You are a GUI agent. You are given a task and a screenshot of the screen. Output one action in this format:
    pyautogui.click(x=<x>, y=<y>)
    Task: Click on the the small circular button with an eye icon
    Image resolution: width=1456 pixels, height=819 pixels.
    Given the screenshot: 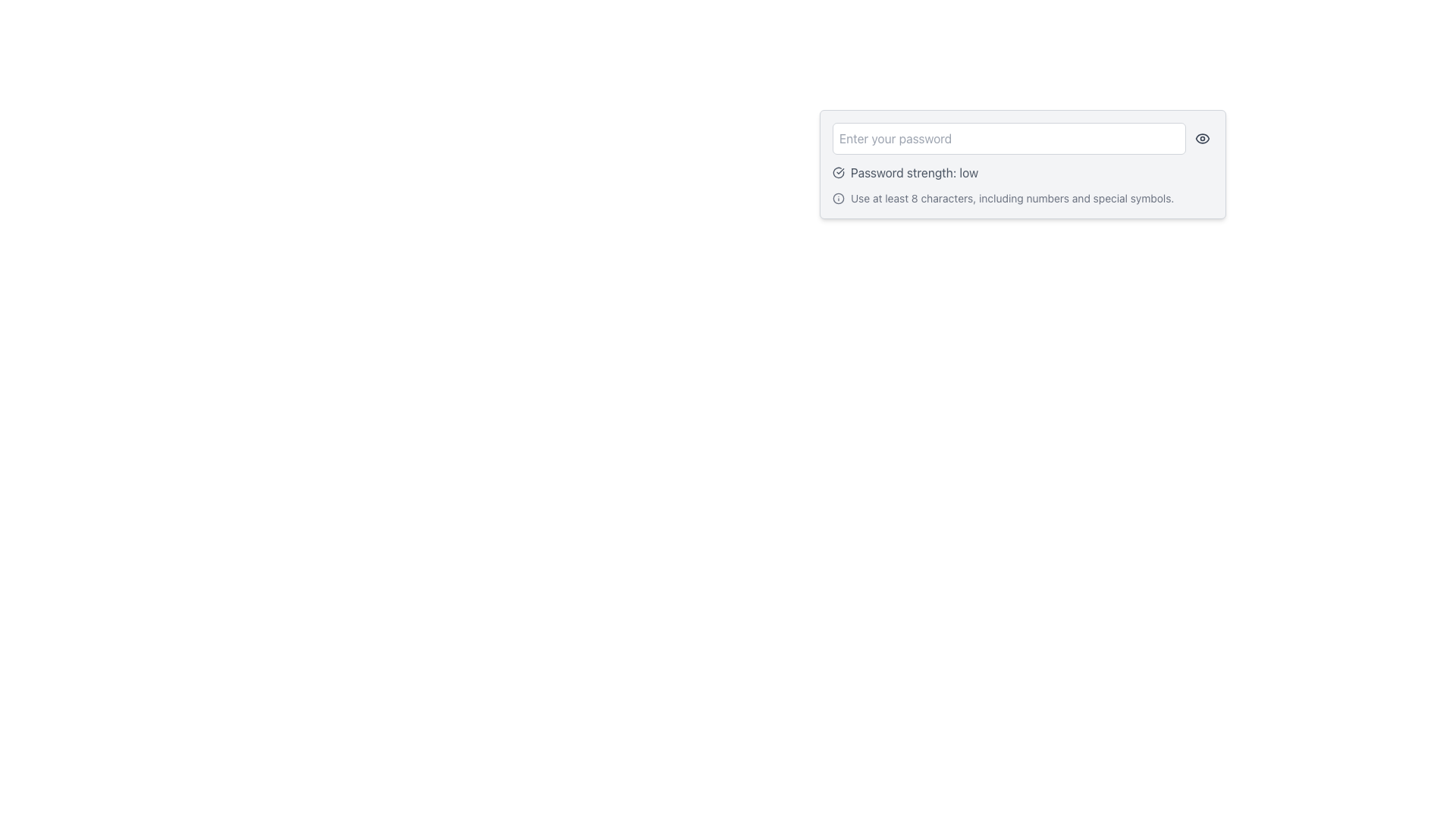 What is the action you would take?
    pyautogui.click(x=1201, y=138)
    